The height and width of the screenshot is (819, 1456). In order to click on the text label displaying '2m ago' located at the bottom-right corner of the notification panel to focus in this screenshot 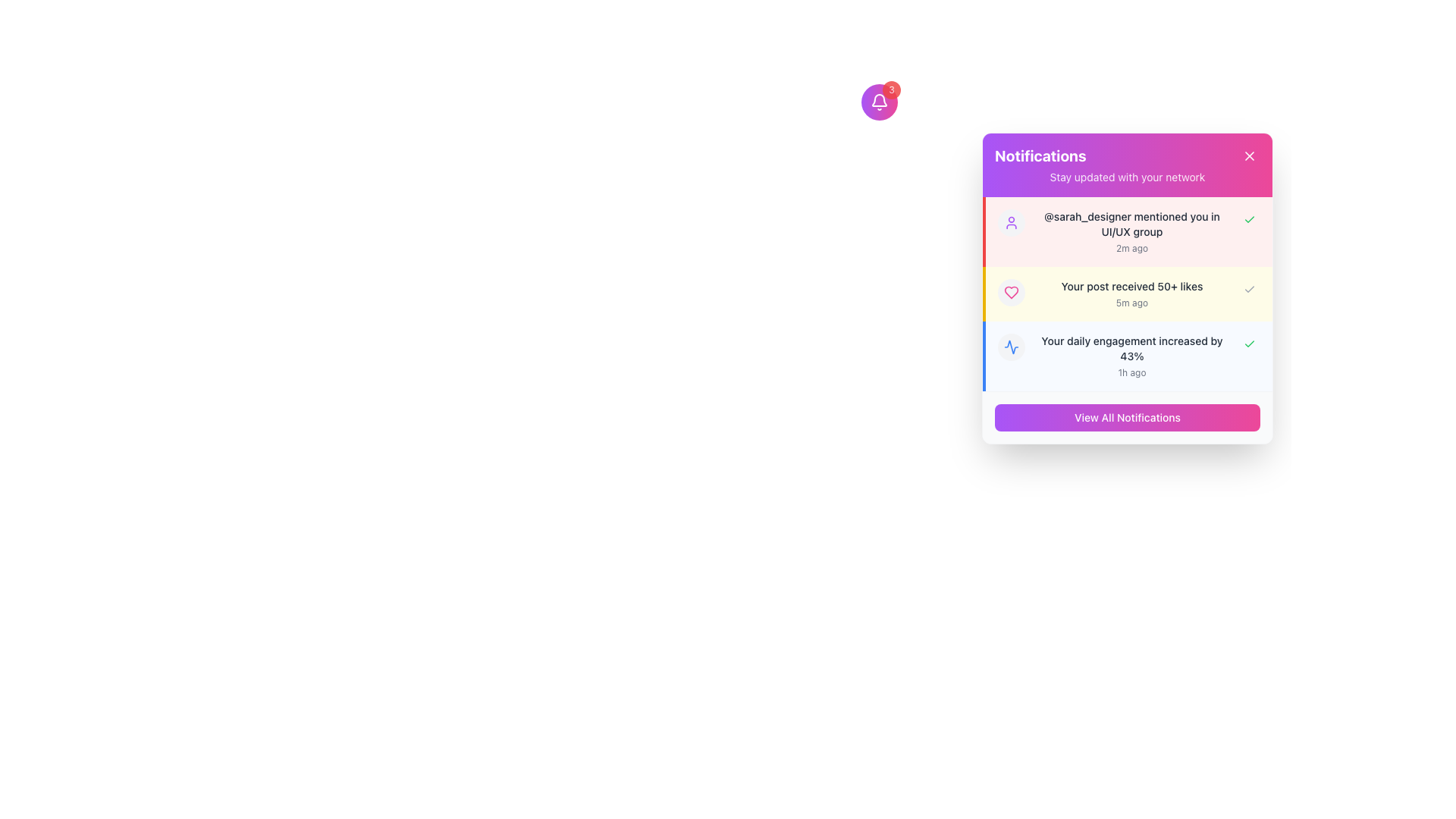, I will do `click(1131, 247)`.